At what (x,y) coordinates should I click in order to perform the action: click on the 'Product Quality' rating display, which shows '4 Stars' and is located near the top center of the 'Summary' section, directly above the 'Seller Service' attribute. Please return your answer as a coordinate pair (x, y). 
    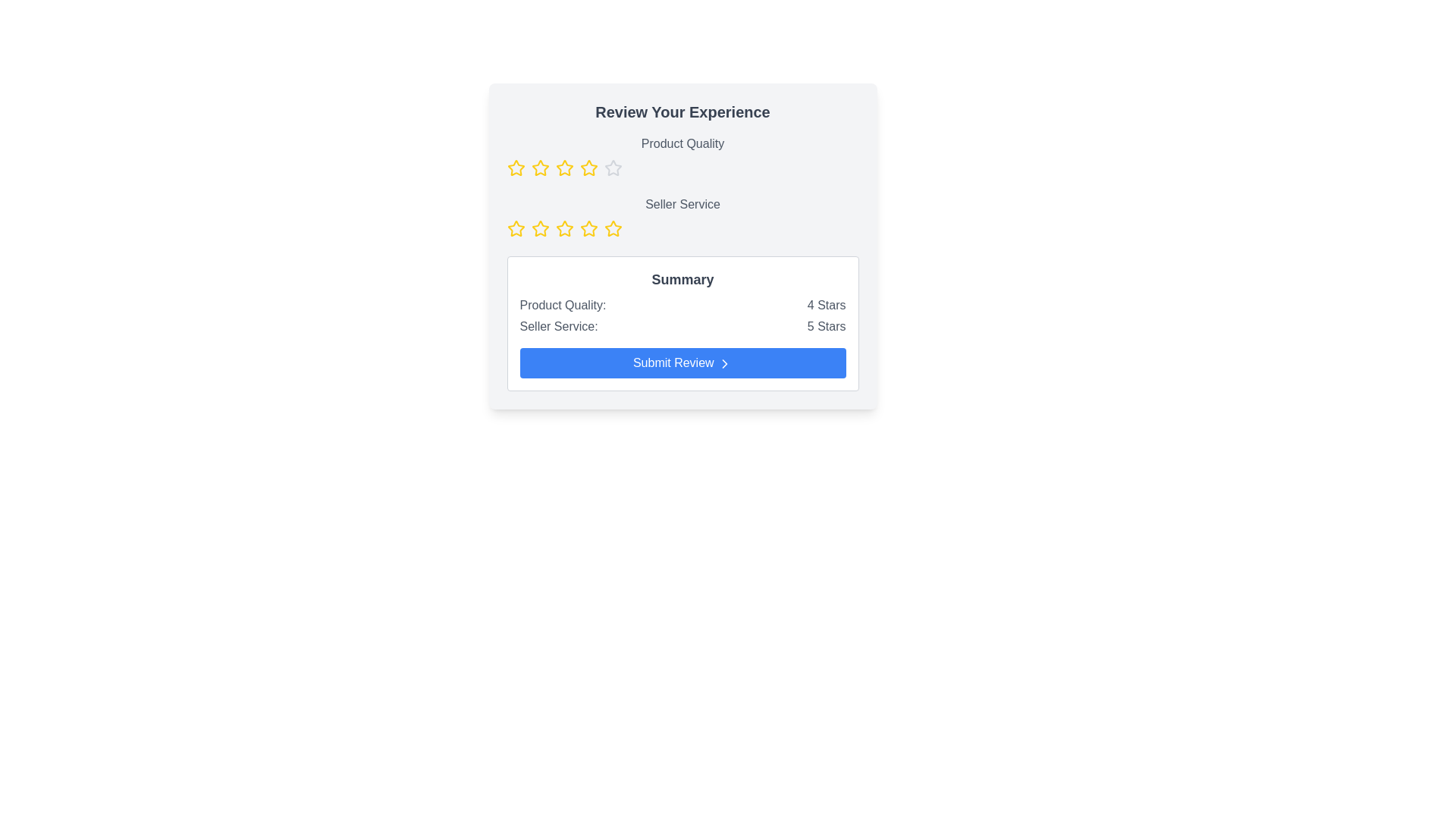
    Looking at the image, I should click on (682, 305).